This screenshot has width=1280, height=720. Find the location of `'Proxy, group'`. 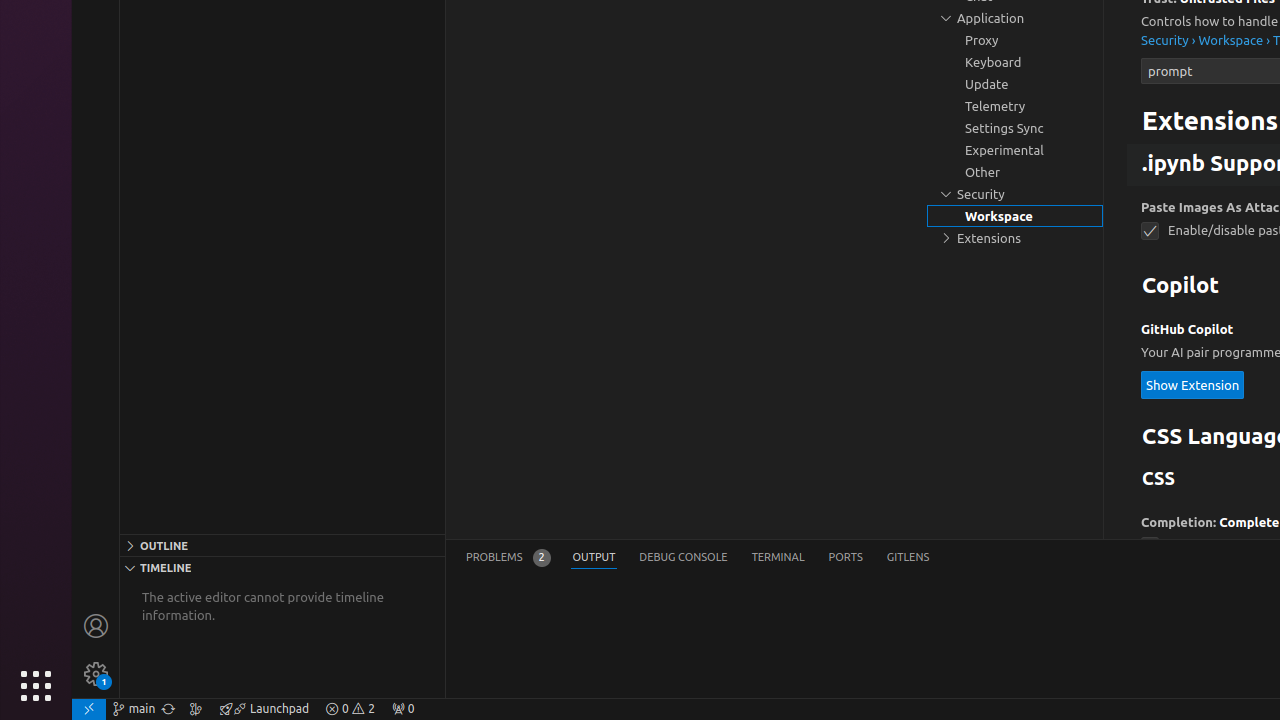

'Proxy, group' is located at coordinates (1015, 40).